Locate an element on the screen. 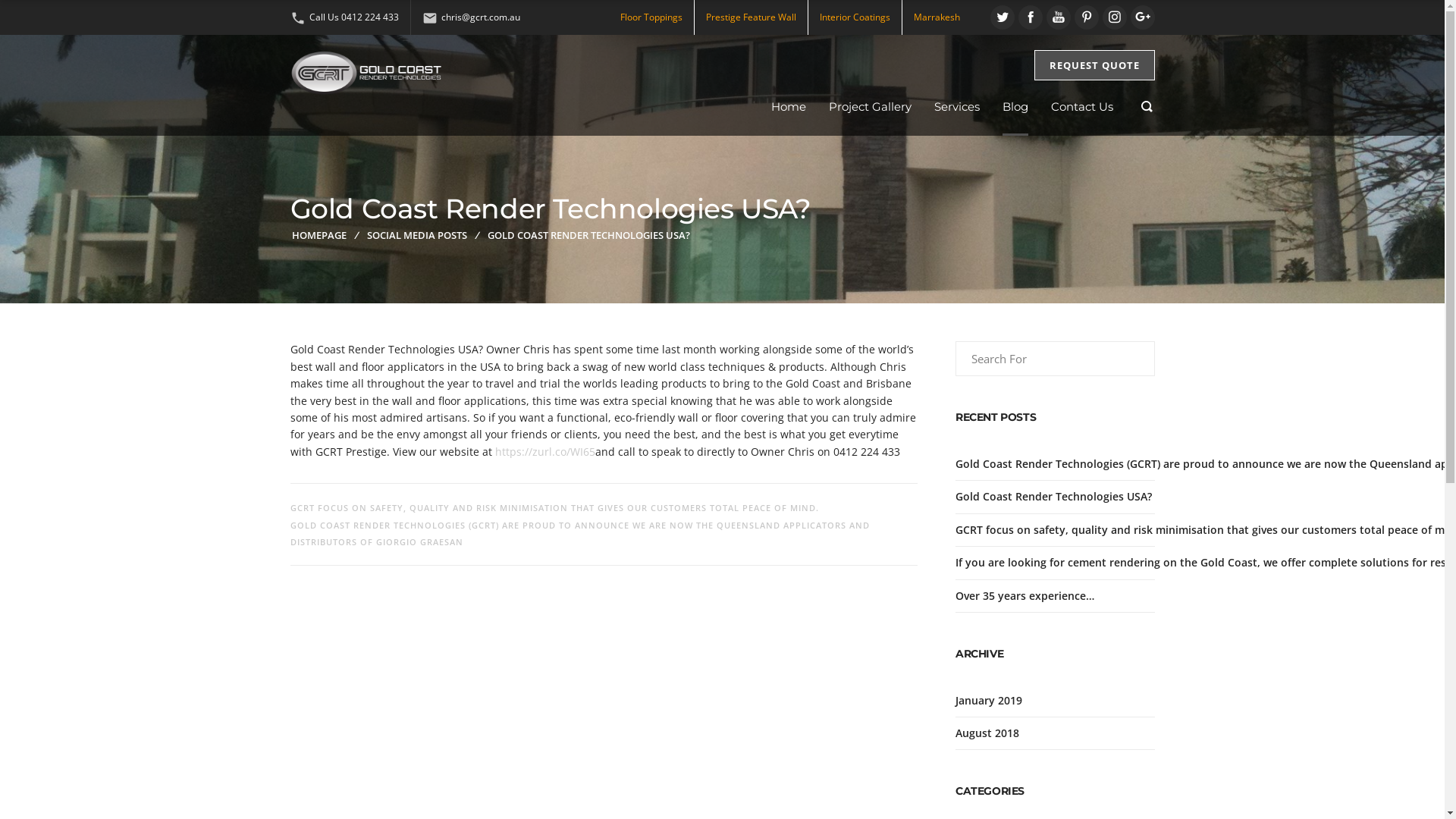 The height and width of the screenshot is (819, 1456). 'HOMEPAGE' is located at coordinates (291, 234).